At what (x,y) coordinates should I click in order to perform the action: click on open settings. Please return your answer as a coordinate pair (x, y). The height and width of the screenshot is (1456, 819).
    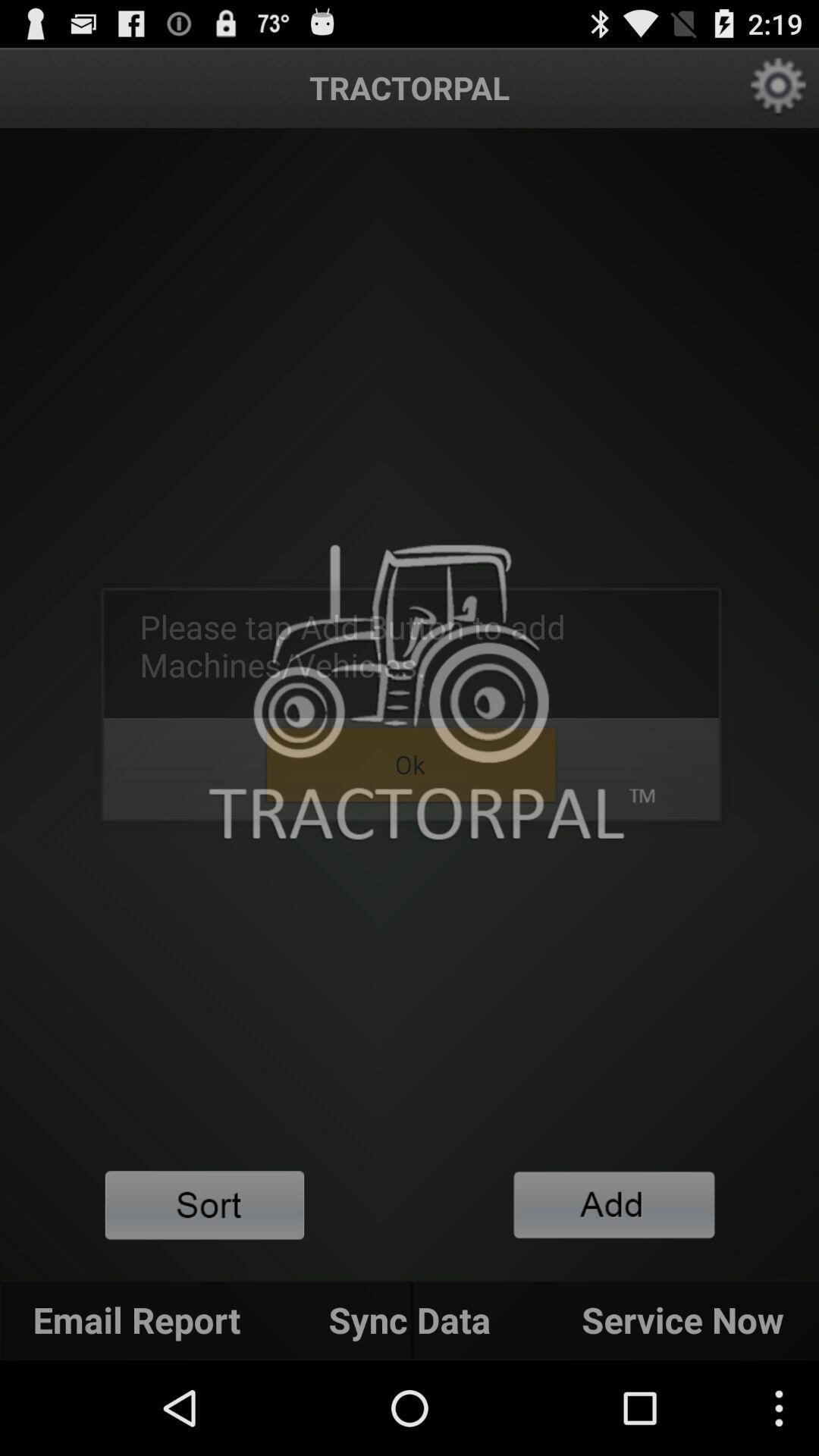
    Looking at the image, I should click on (779, 86).